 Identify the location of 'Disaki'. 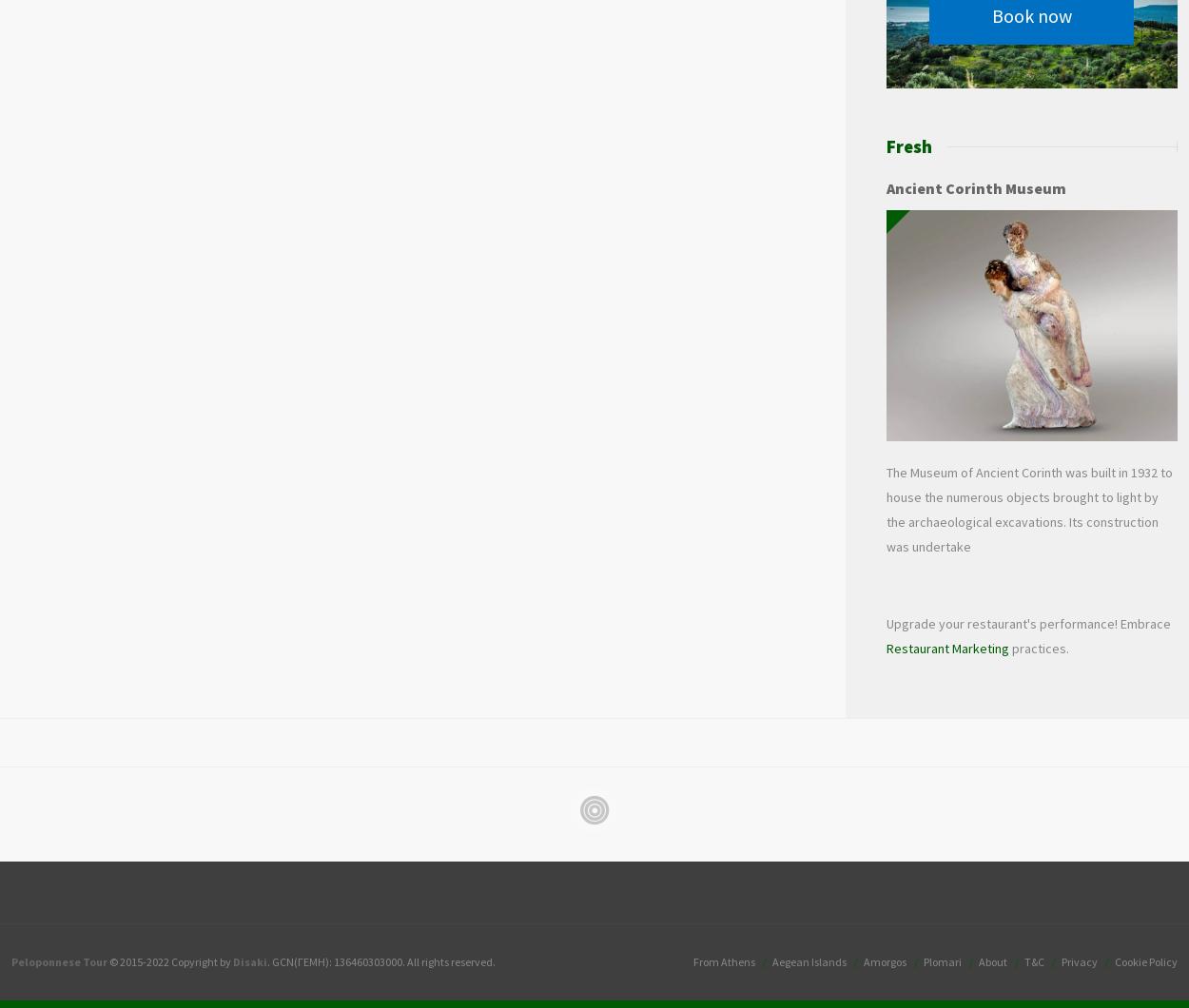
(232, 960).